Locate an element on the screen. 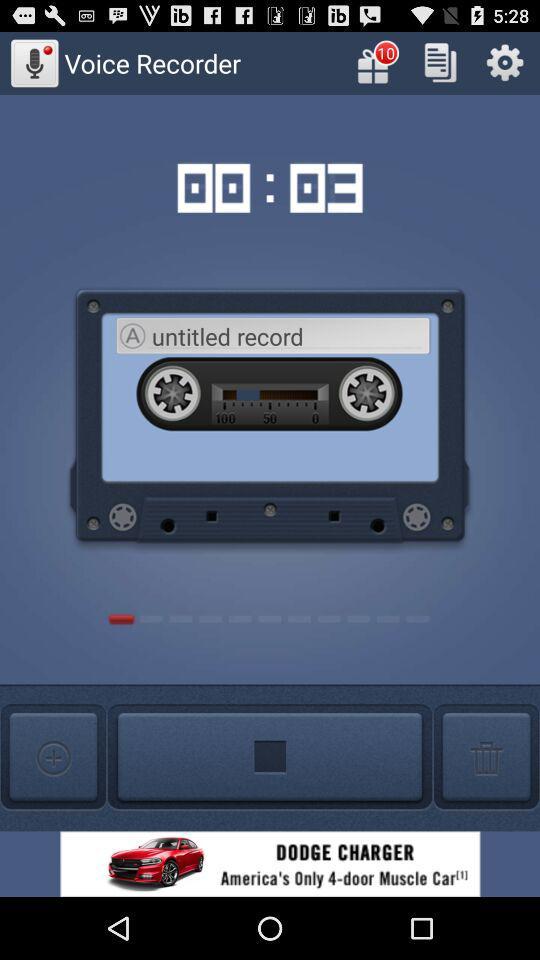 The image size is (540, 960). the add icon is located at coordinates (53, 810).